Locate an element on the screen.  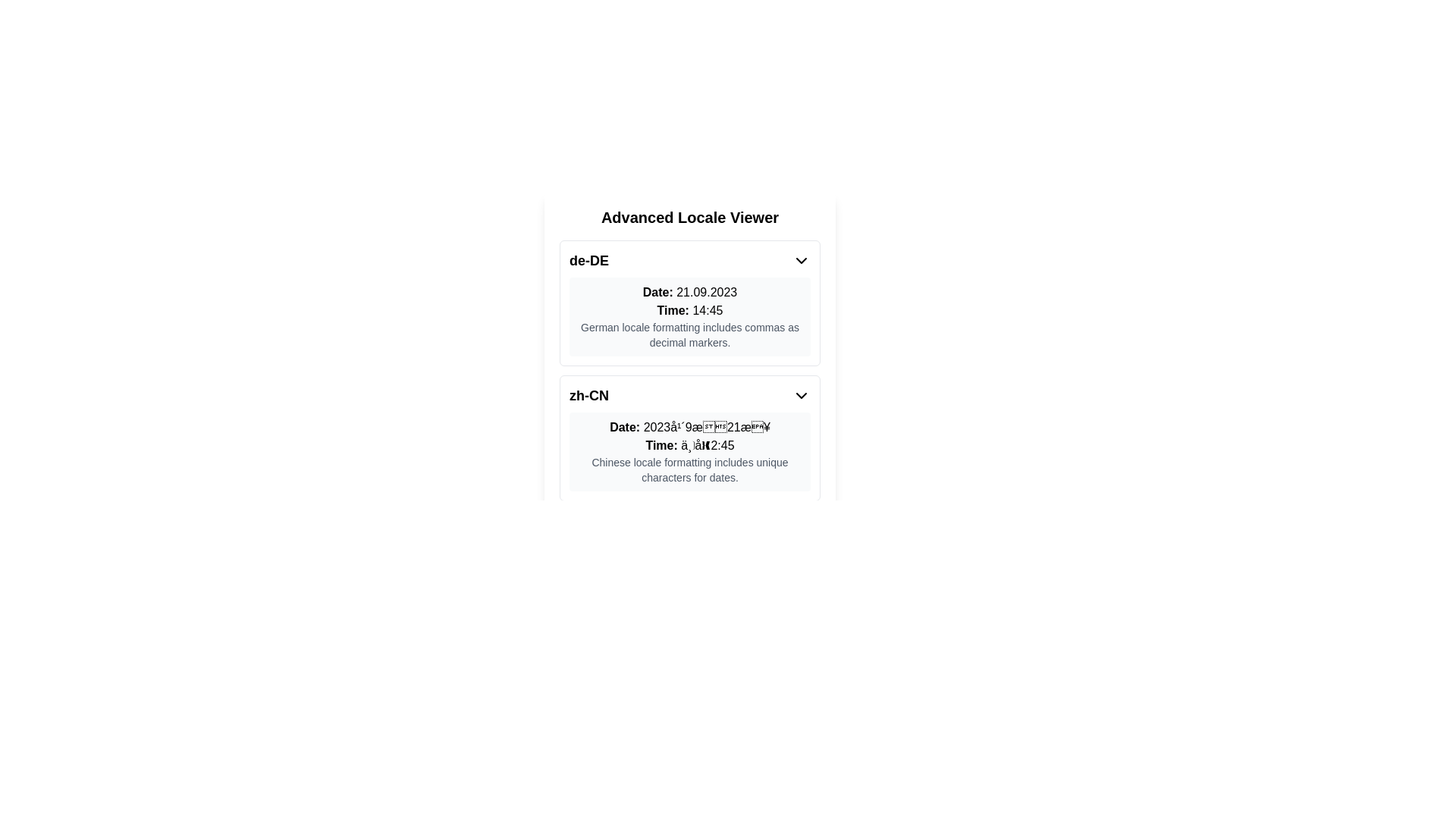
the Text label that indicates the time value, positioned to the left of '14:45' is located at coordinates (672, 309).